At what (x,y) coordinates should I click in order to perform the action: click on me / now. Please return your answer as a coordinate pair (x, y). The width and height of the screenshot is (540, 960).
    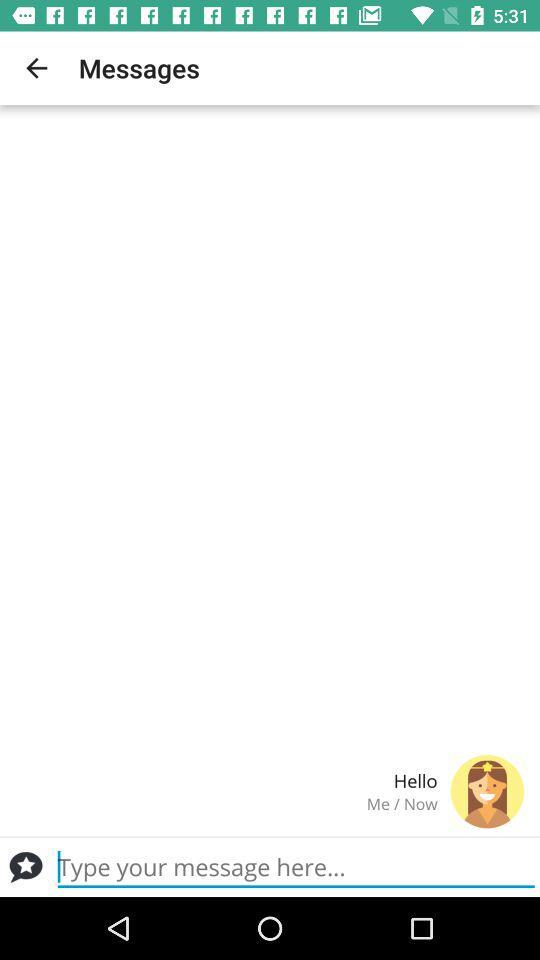
    Looking at the image, I should click on (225, 803).